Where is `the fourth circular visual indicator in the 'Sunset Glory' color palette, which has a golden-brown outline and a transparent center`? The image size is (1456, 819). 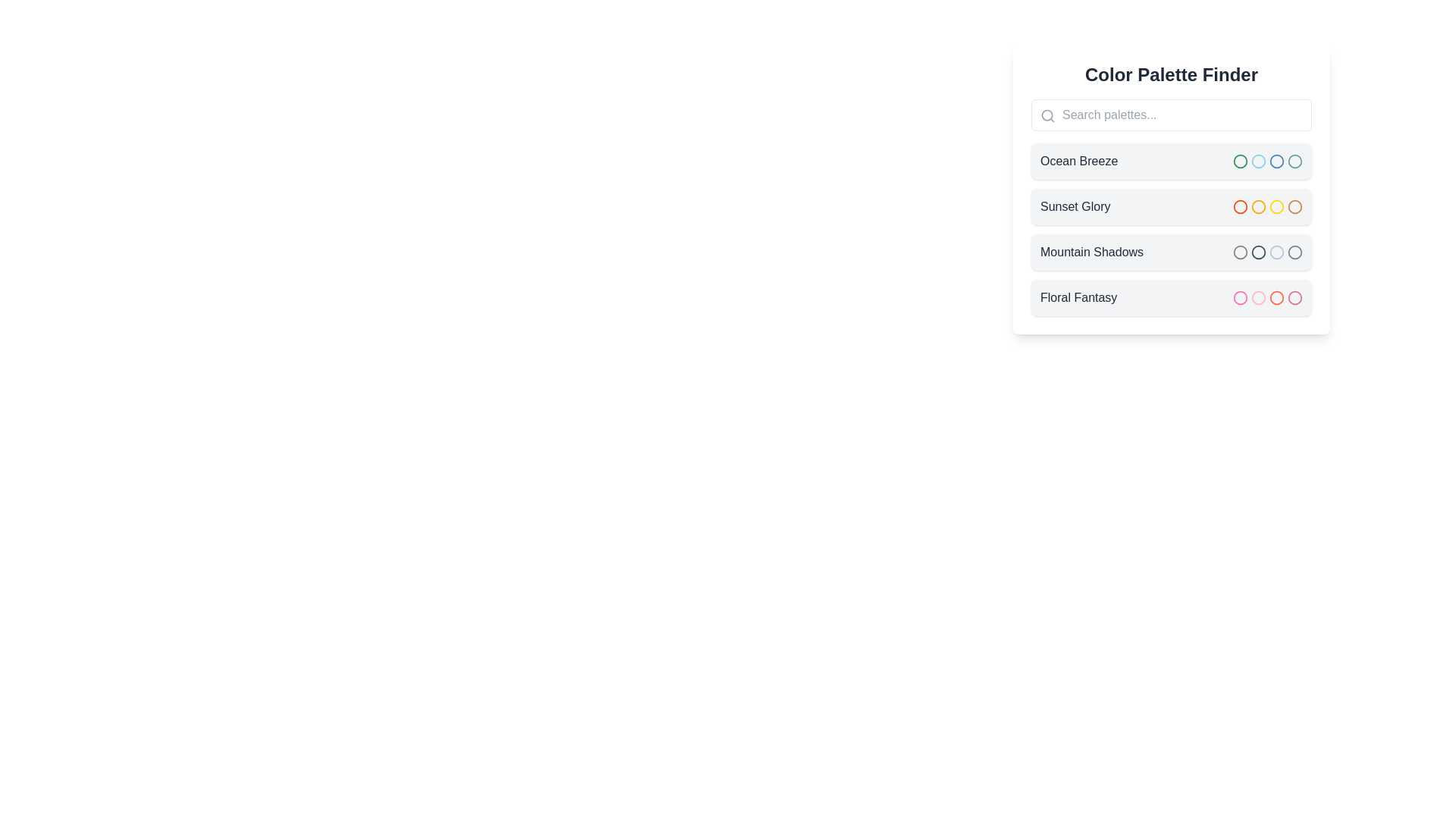
the fourth circular visual indicator in the 'Sunset Glory' color palette, which has a golden-brown outline and a transparent center is located at coordinates (1294, 207).